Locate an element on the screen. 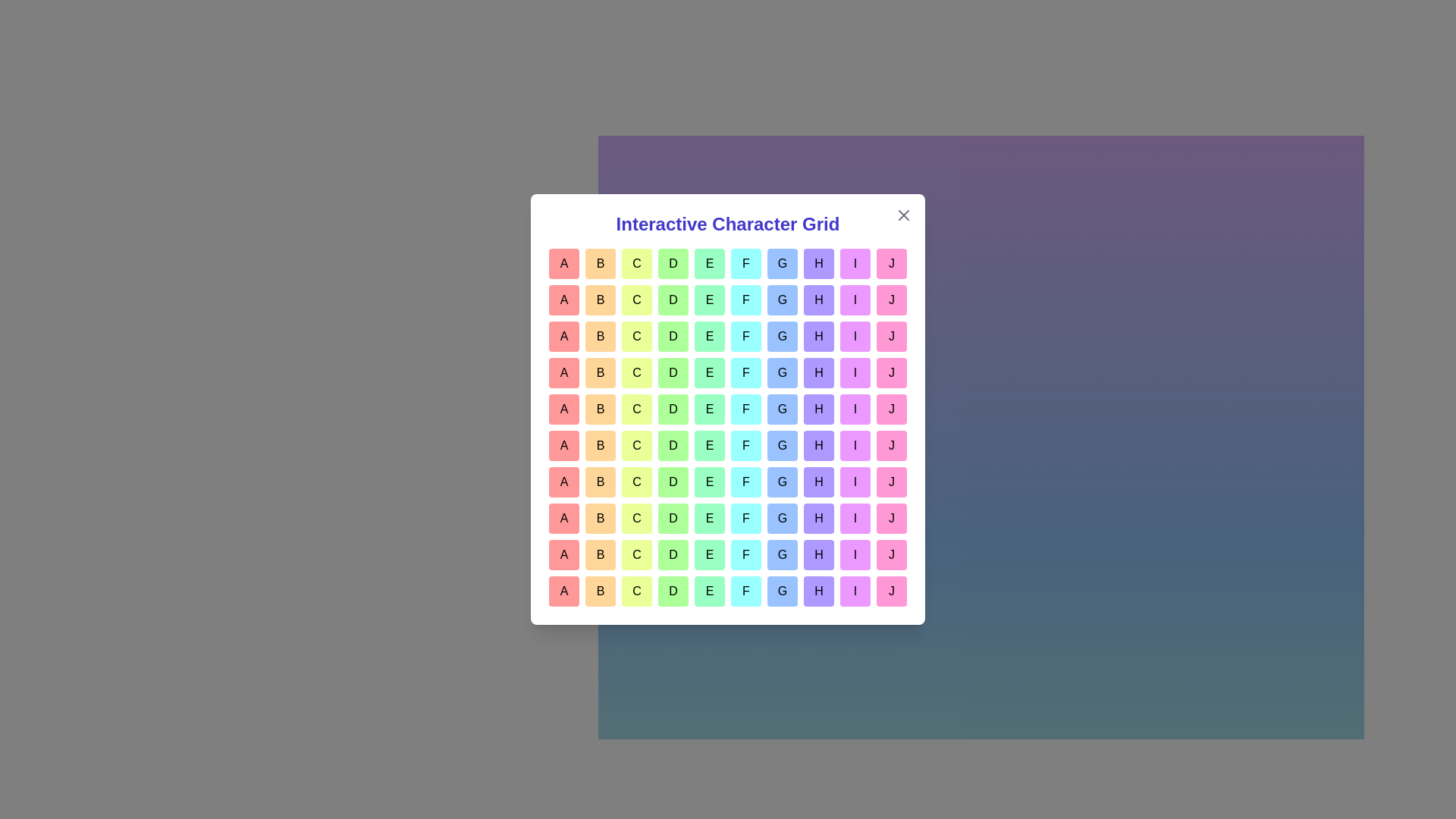  the grid cell labeled J is located at coordinates (892, 262).